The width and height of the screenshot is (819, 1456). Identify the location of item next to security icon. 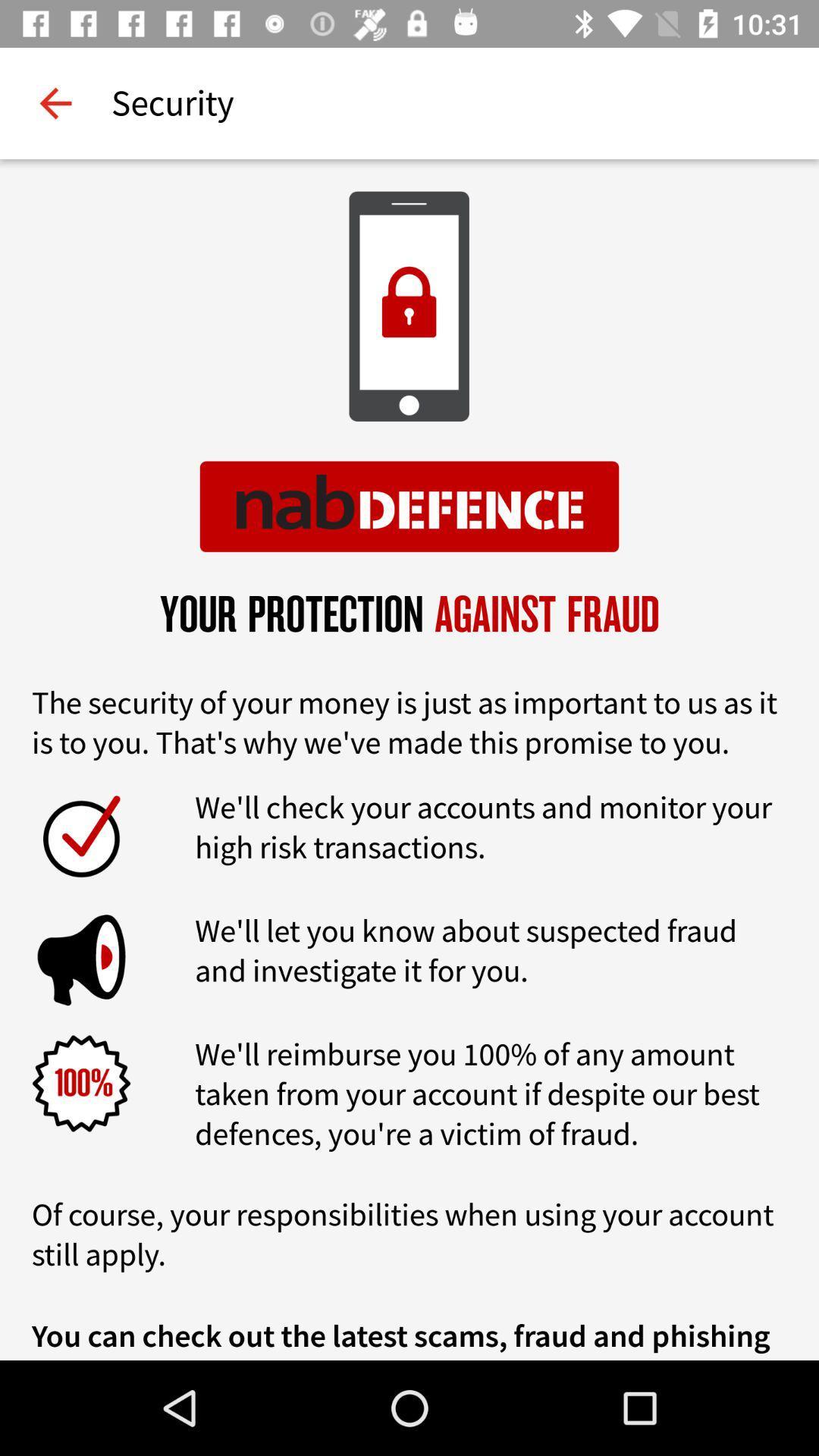
(55, 102).